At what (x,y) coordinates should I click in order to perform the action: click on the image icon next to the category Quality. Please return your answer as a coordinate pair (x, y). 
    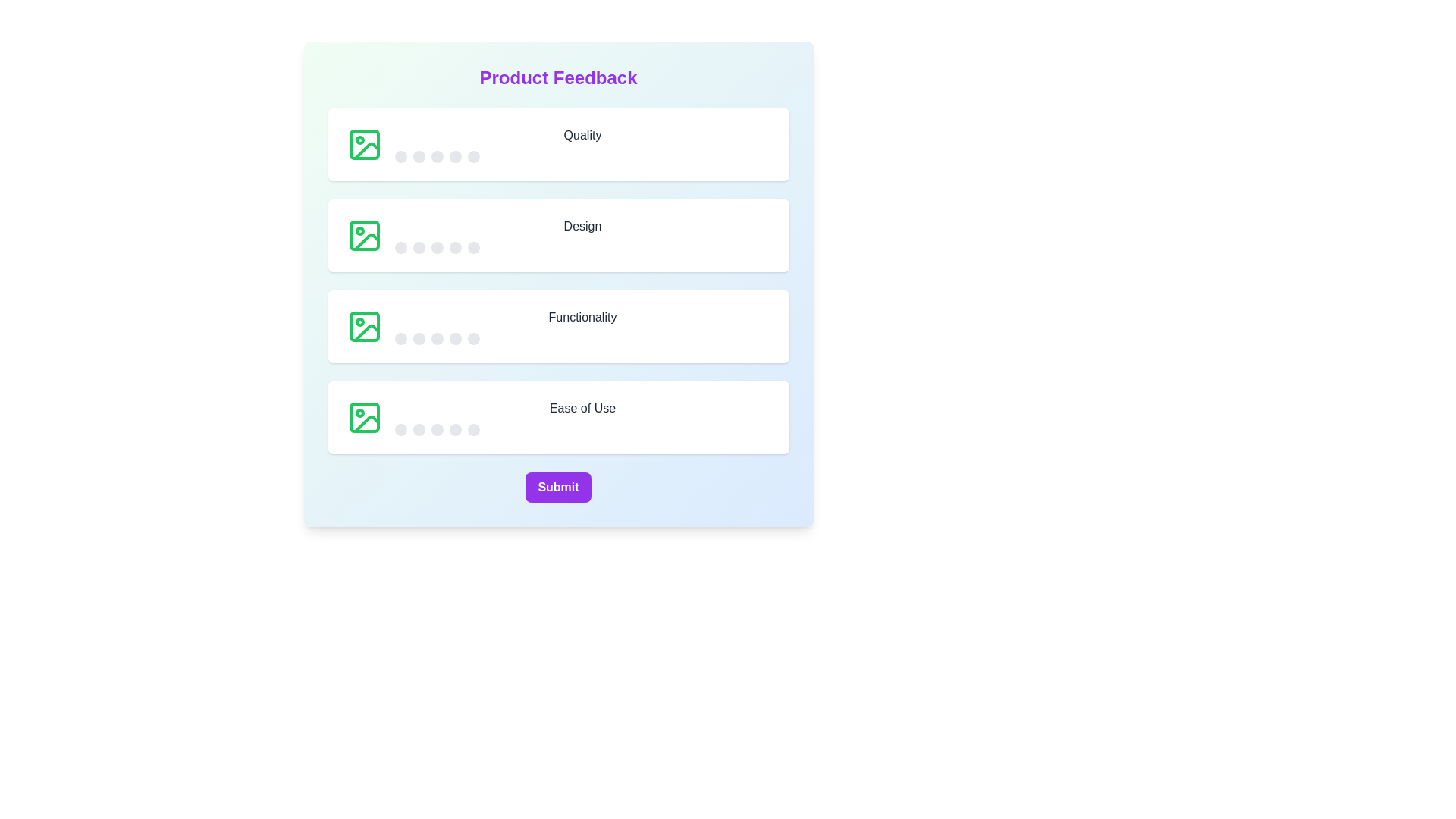
    Looking at the image, I should click on (364, 145).